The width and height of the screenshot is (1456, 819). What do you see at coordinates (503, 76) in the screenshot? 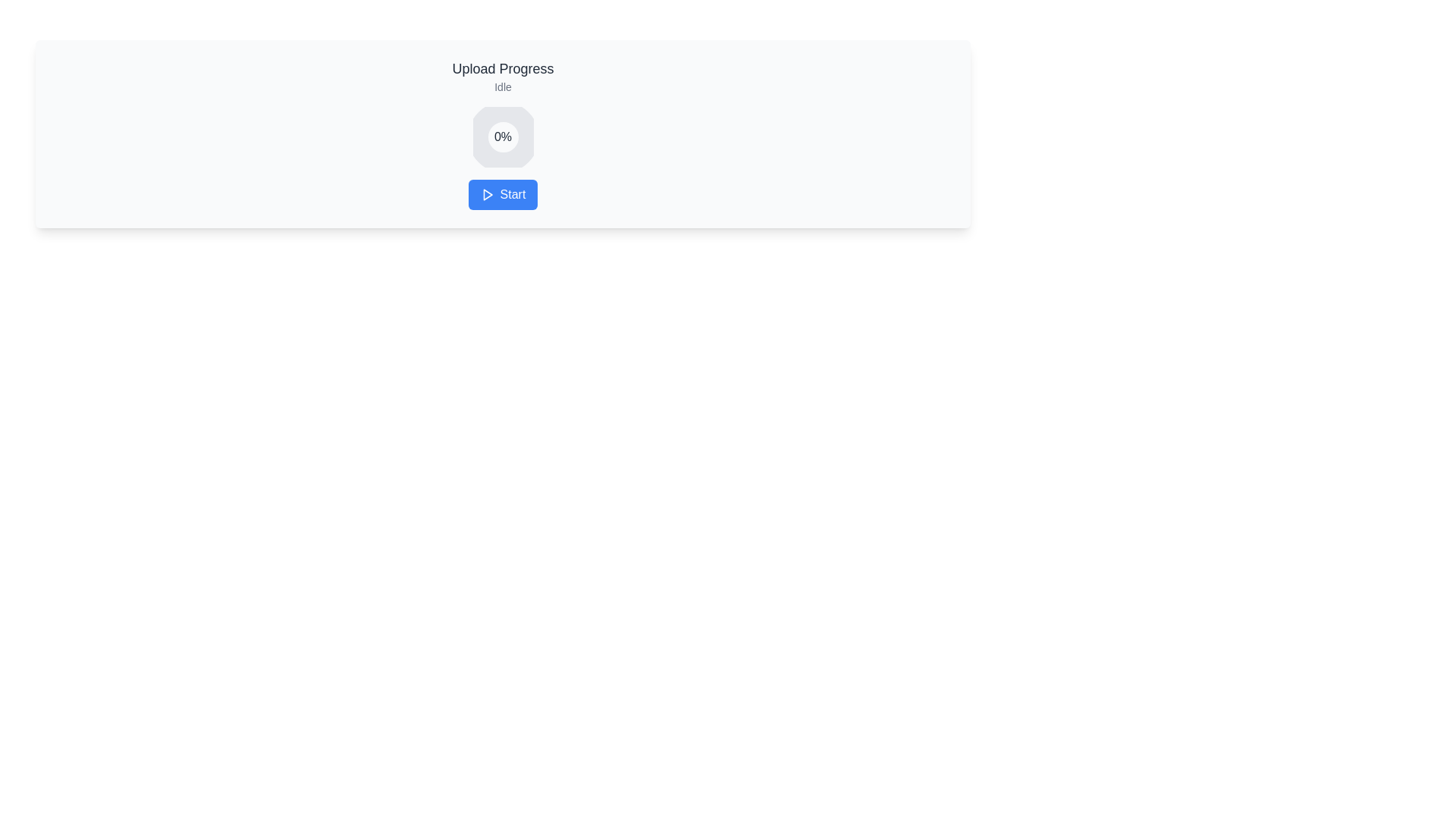
I see `the 'Upload Progress' text block, which contains the heading in a larger font and the smaller text 'Idle' underneath, located at the top of the content area` at bounding box center [503, 76].